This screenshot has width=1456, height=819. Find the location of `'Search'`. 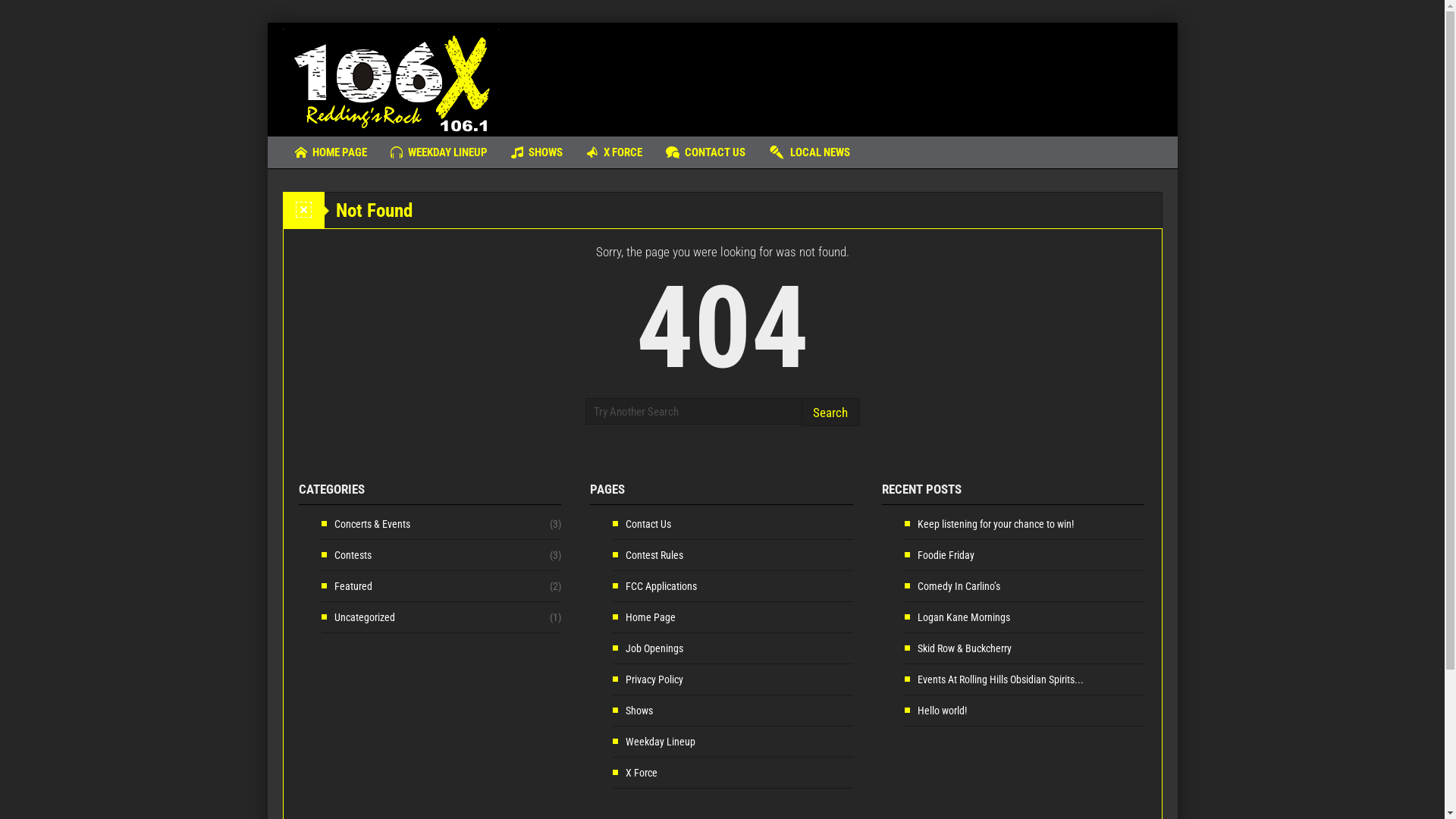

'Search' is located at coordinates (829, 412).